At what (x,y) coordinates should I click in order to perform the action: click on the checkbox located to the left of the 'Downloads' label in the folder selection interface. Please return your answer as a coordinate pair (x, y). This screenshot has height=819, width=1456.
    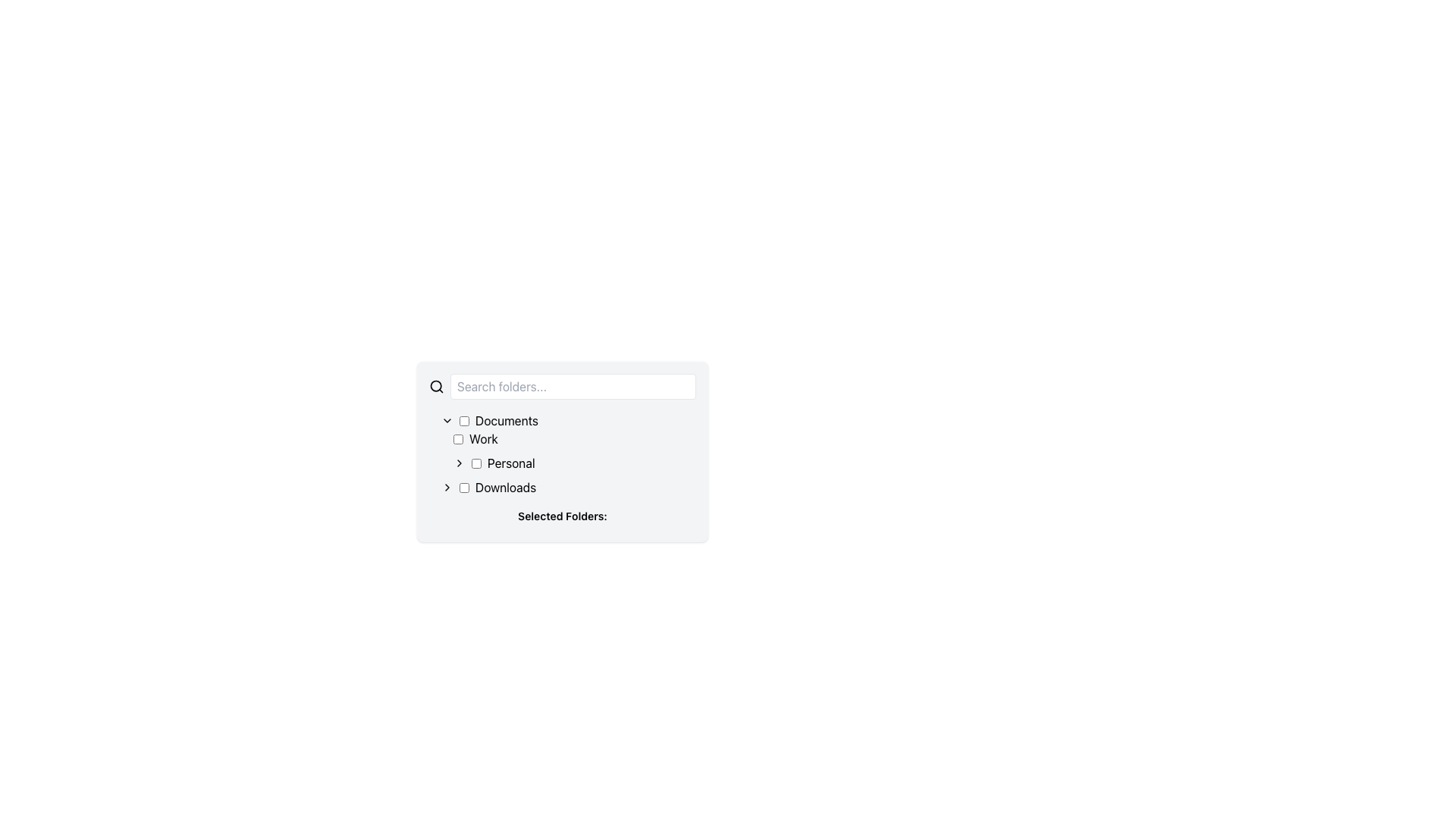
    Looking at the image, I should click on (463, 488).